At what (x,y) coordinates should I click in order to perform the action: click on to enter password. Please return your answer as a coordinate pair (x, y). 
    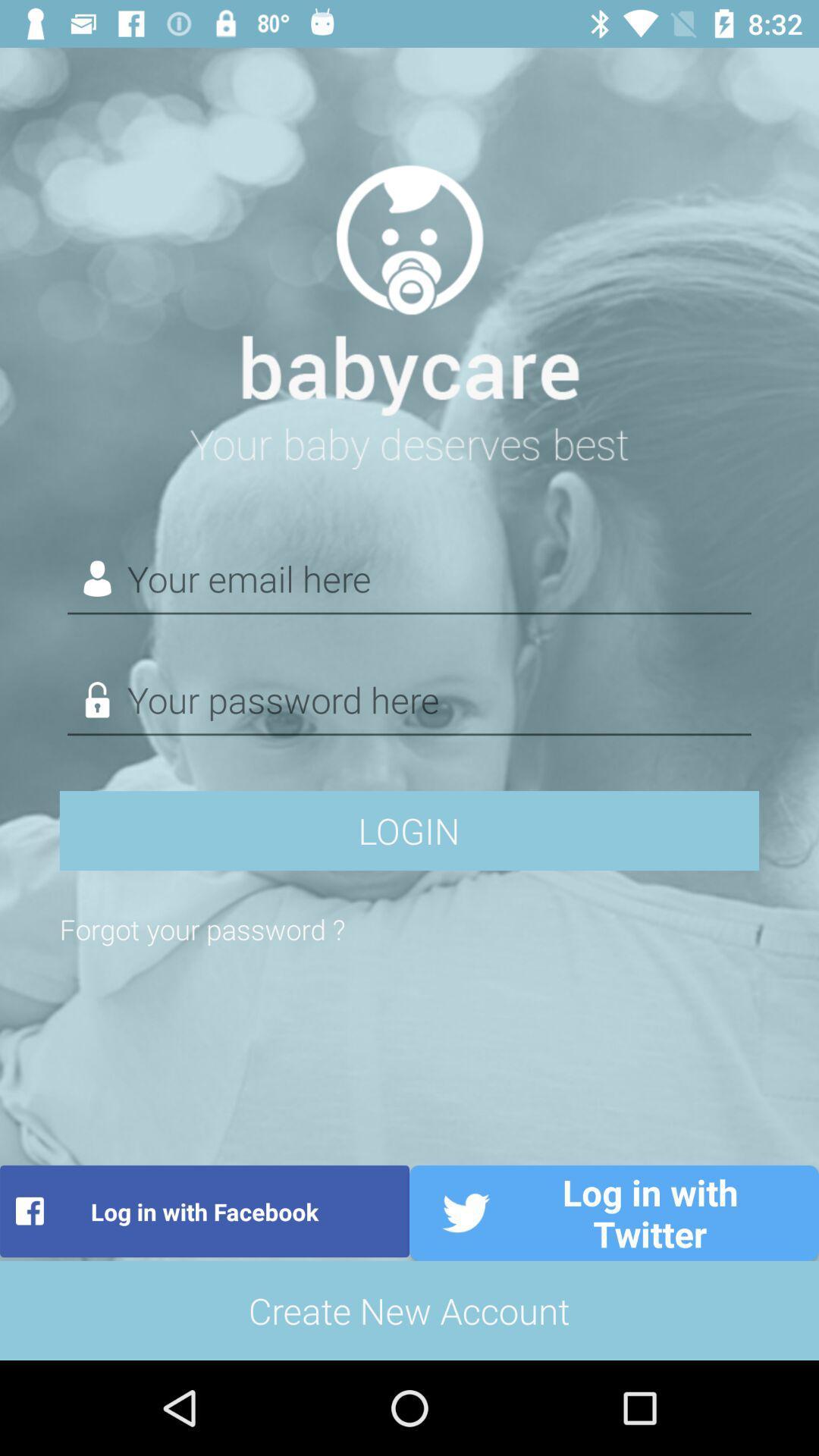
    Looking at the image, I should click on (409, 699).